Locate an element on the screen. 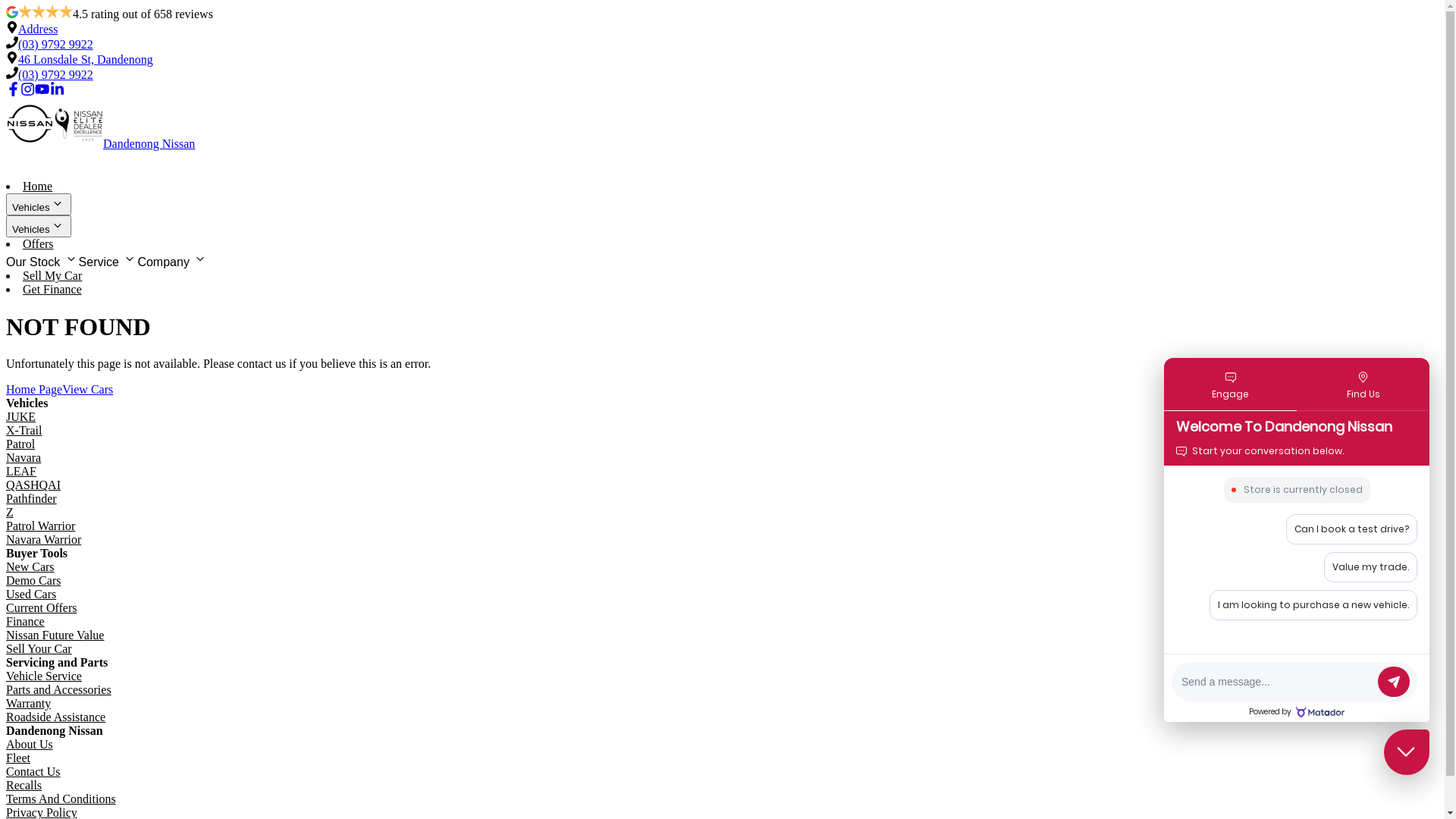  'Warranty' is located at coordinates (28, 703).